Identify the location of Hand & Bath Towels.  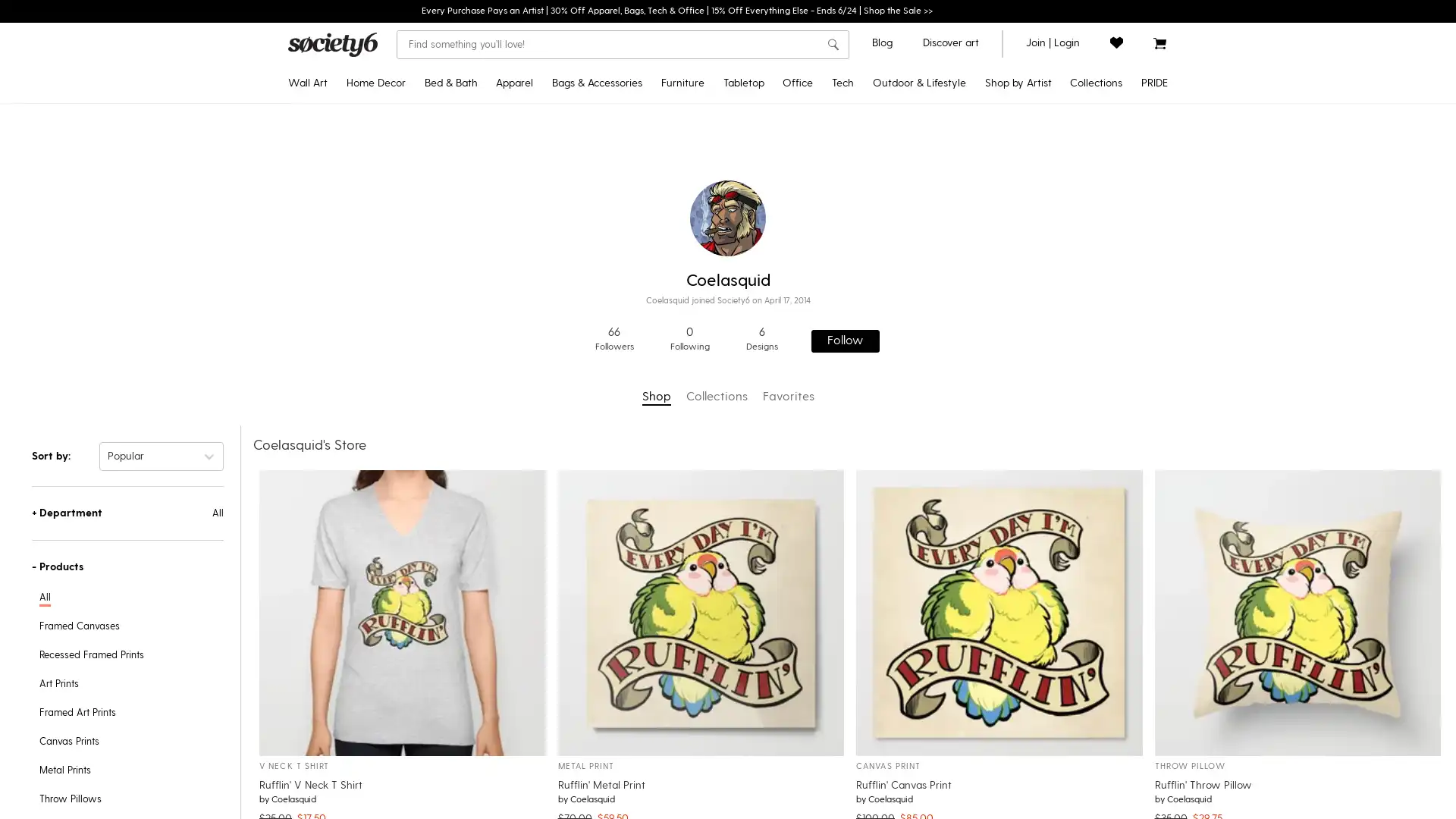
(483, 243).